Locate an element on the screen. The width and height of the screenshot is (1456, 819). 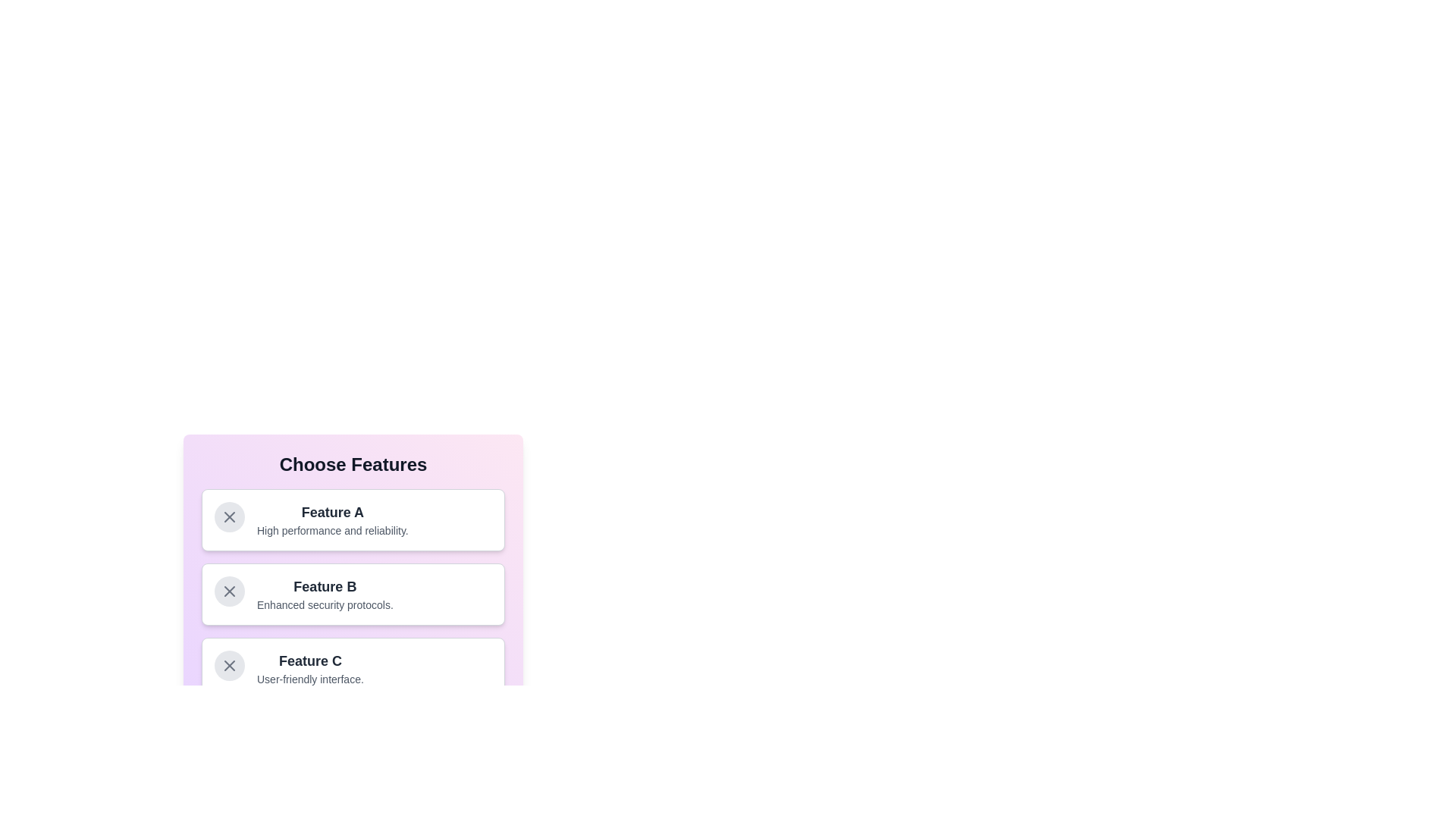
the text label identifying 'Feature B' located in the second row of a stacked card arrangement under the title 'Choose Features', positioned above the descriptive text 'Enhanced security protocols.' and below the 'Feature A' card is located at coordinates (324, 586).